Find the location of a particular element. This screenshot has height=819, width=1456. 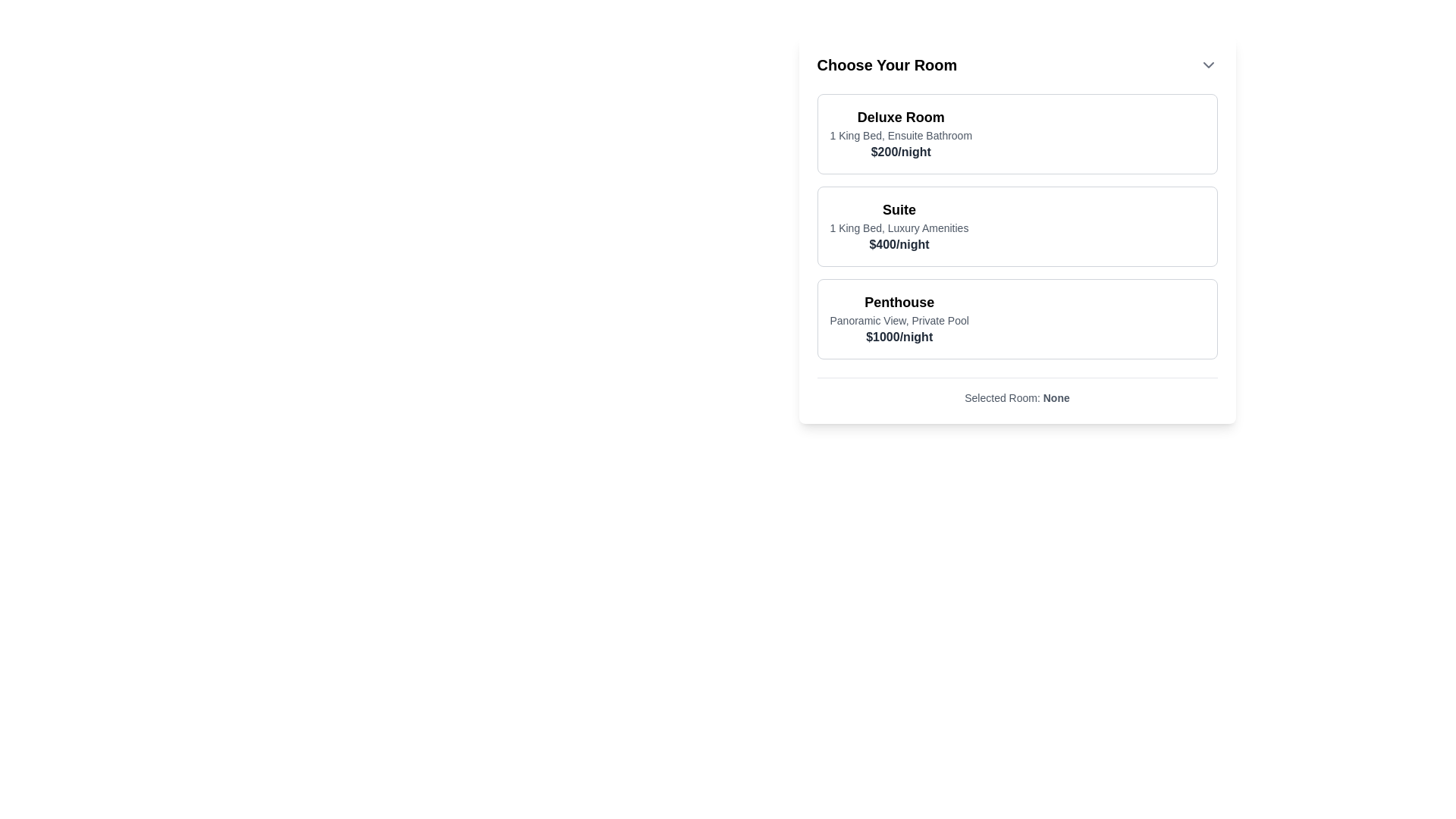

the Text label that displays the currently selected room to change its value, which is initially set to 'None' is located at coordinates (1017, 391).